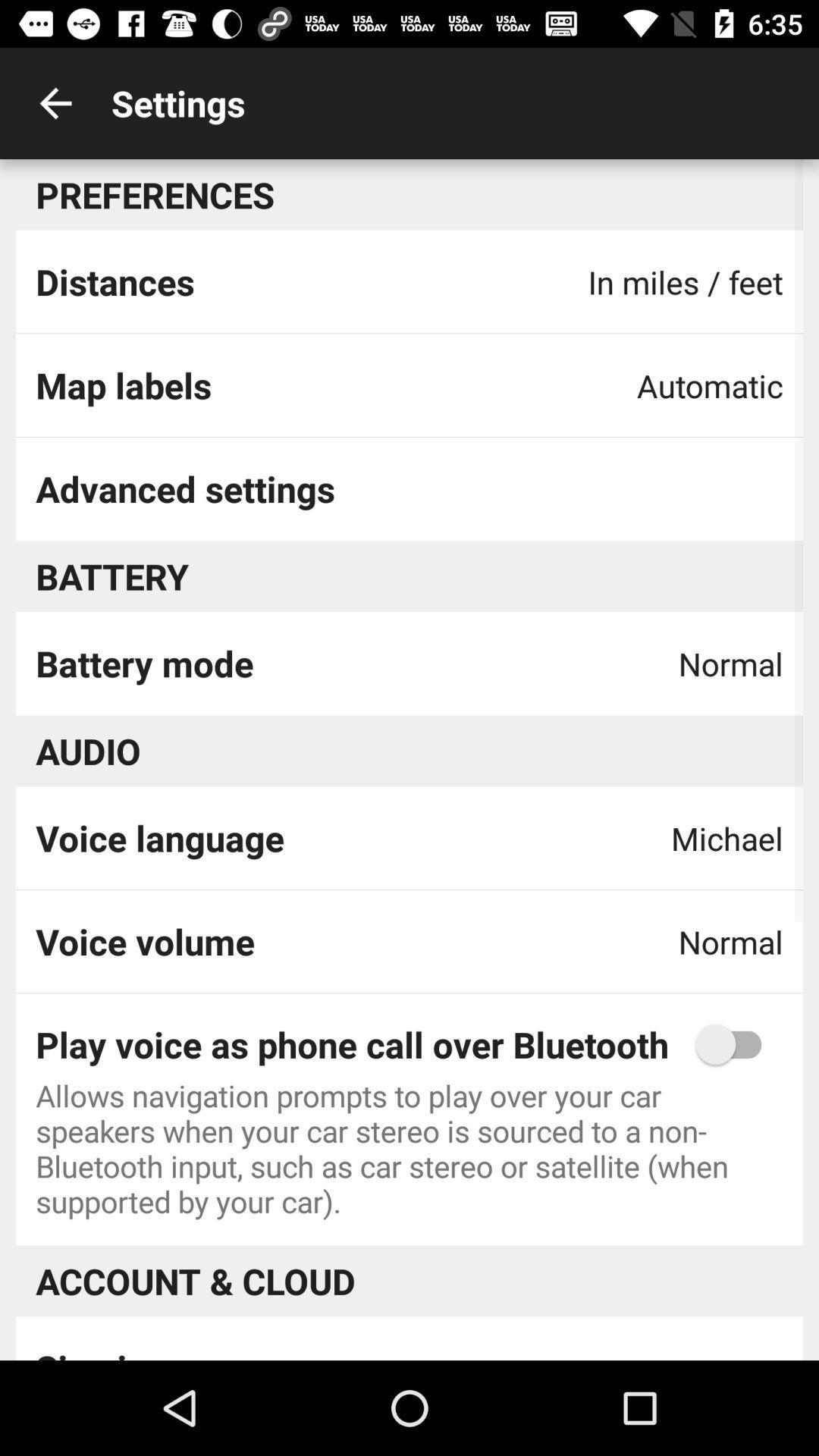 The width and height of the screenshot is (819, 1456). Describe the element at coordinates (123, 385) in the screenshot. I see `app next to the automatic item` at that location.